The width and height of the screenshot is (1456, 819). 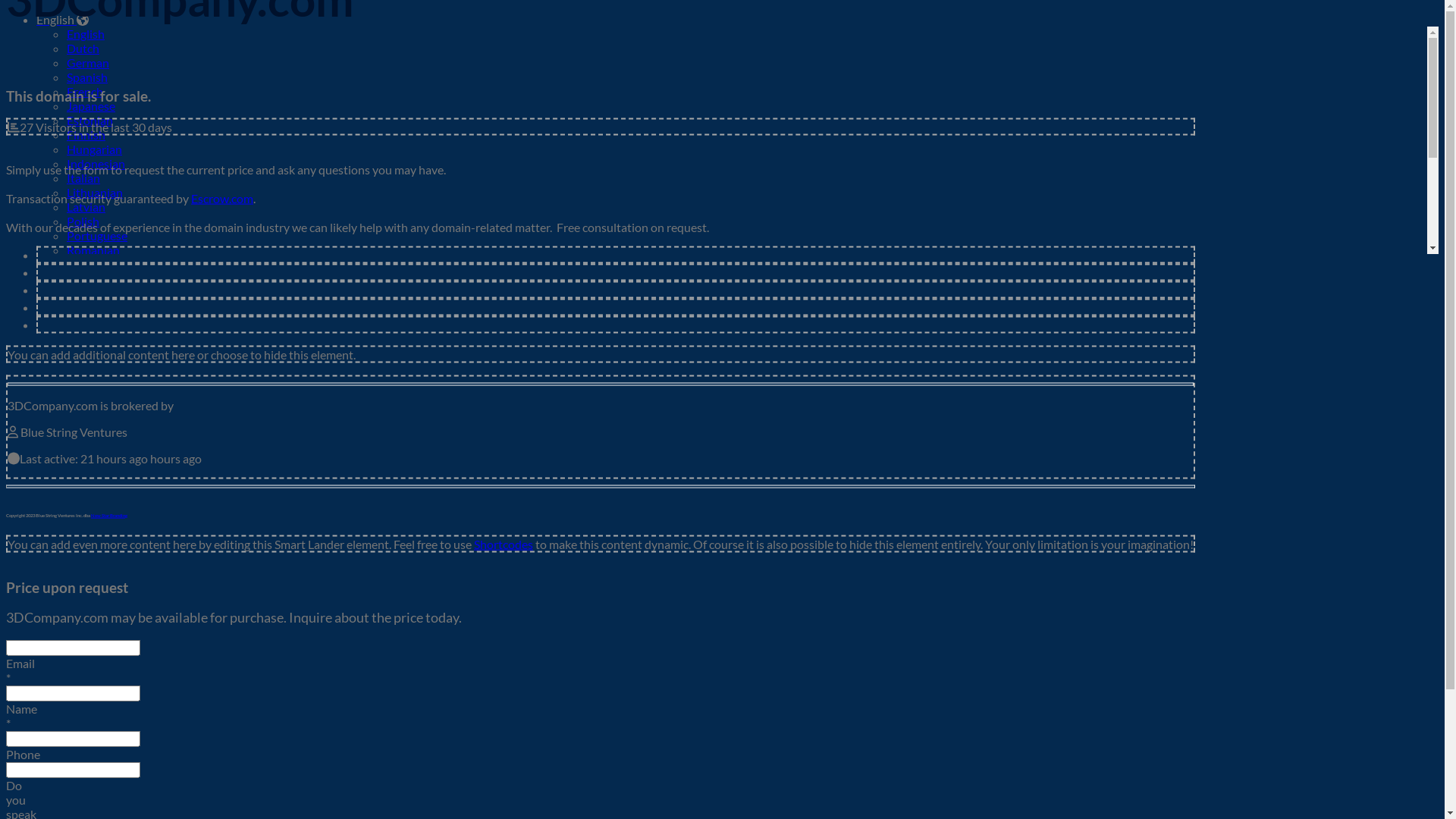 I want to click on 'Escrow.com', so click(x=221, y=197).